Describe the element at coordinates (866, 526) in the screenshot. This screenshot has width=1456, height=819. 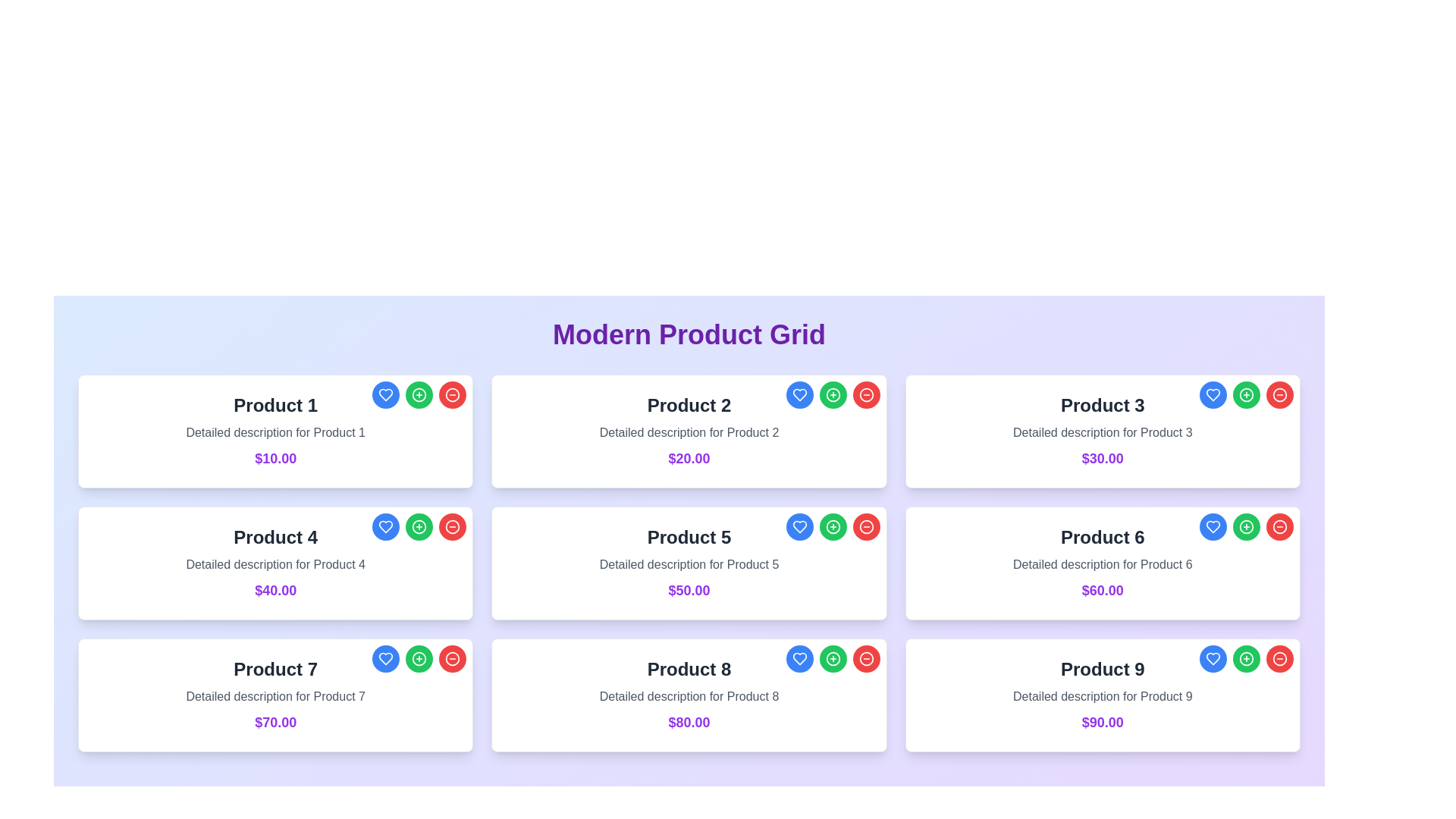
I see `the 'Remove' button for 'Product 5', which is the last button in a group of three circular buttons at the top-right corner of the product card` at that location.